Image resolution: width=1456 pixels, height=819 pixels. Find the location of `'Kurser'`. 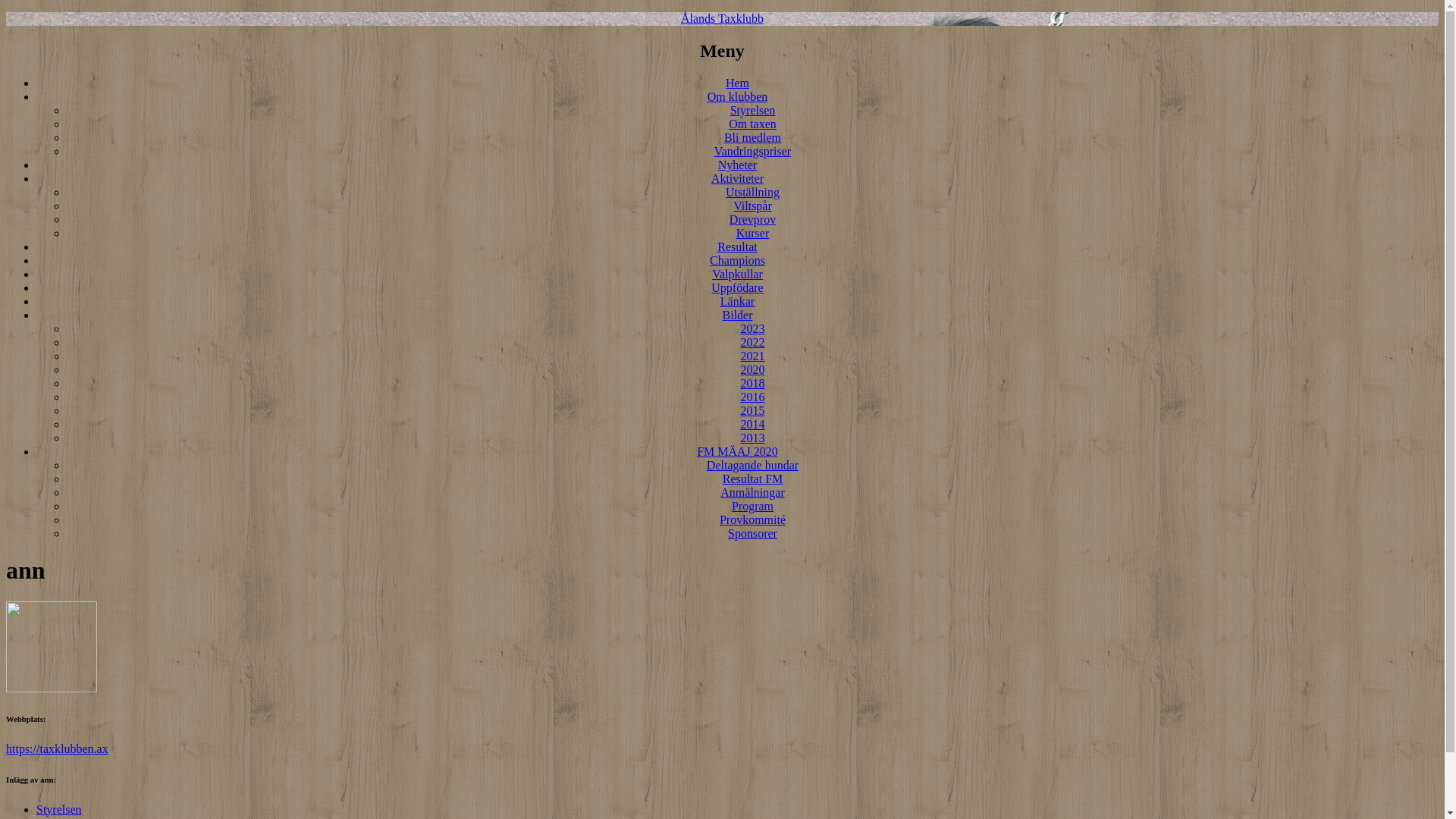

'Kurser' is located at coordinates (736, 233).